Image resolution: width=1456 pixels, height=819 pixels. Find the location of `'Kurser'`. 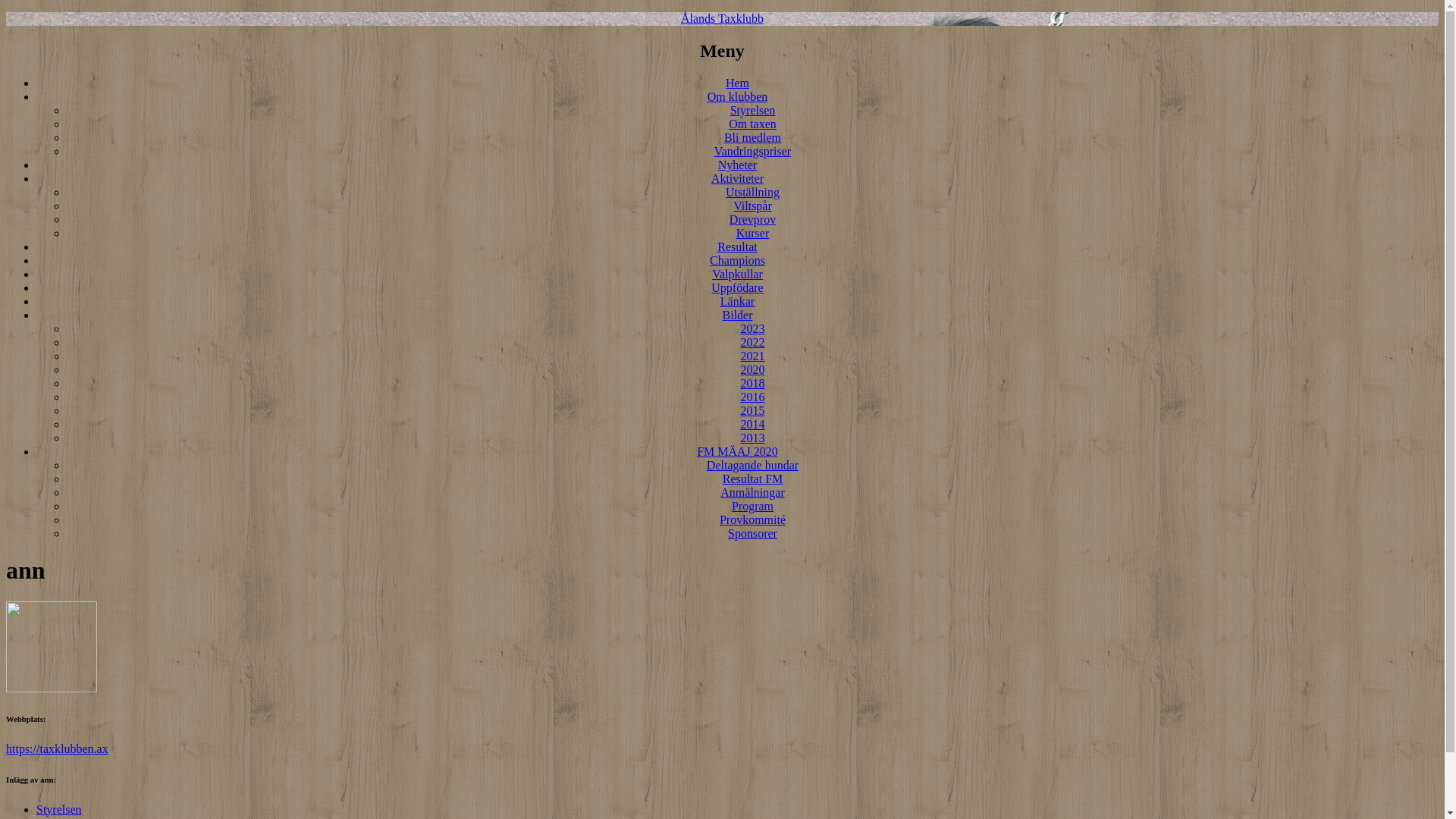

'Kurser' is located at coordinates (736, 233).